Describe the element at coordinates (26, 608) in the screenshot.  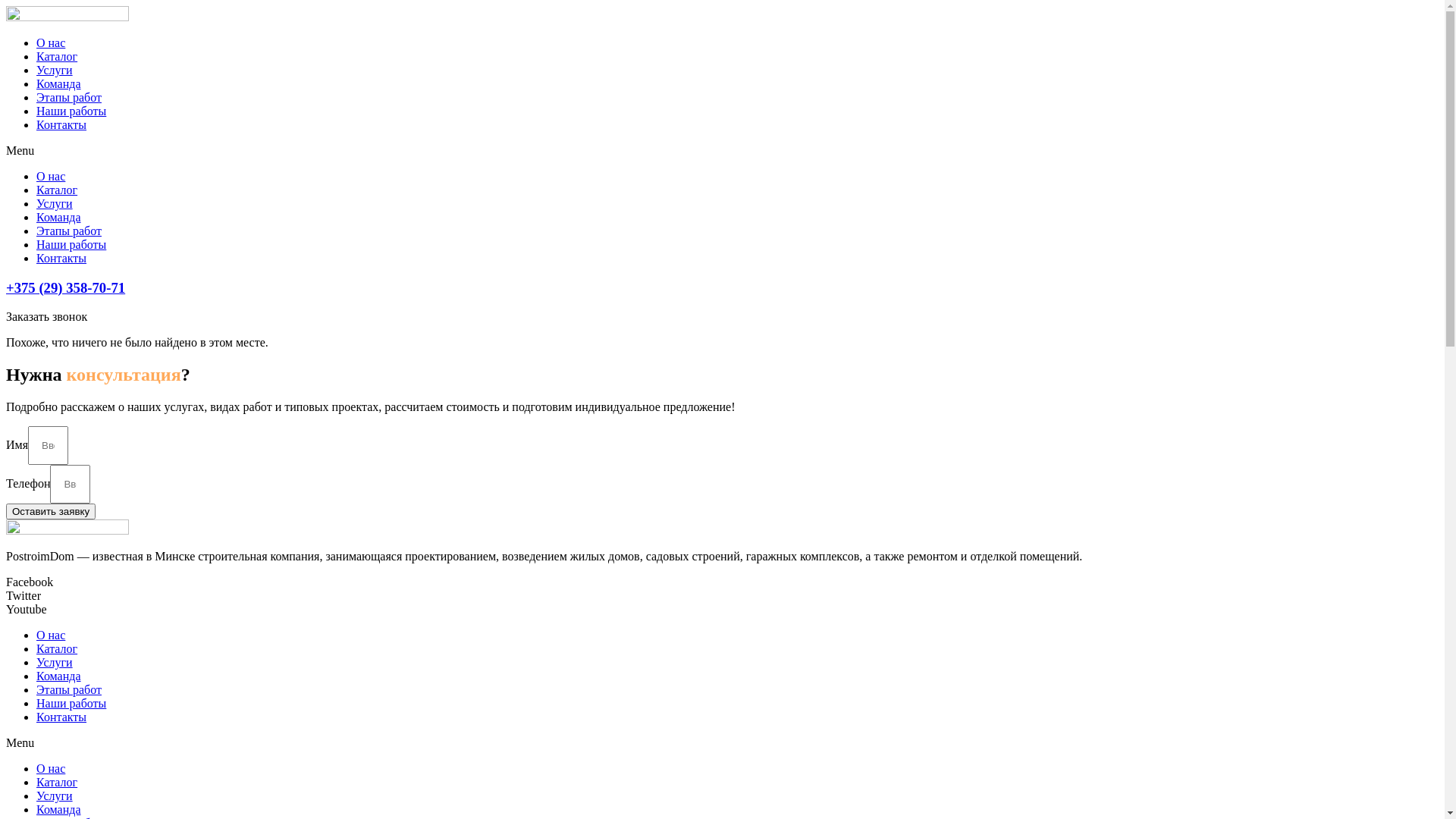
I see `'Youtube'` at that location.